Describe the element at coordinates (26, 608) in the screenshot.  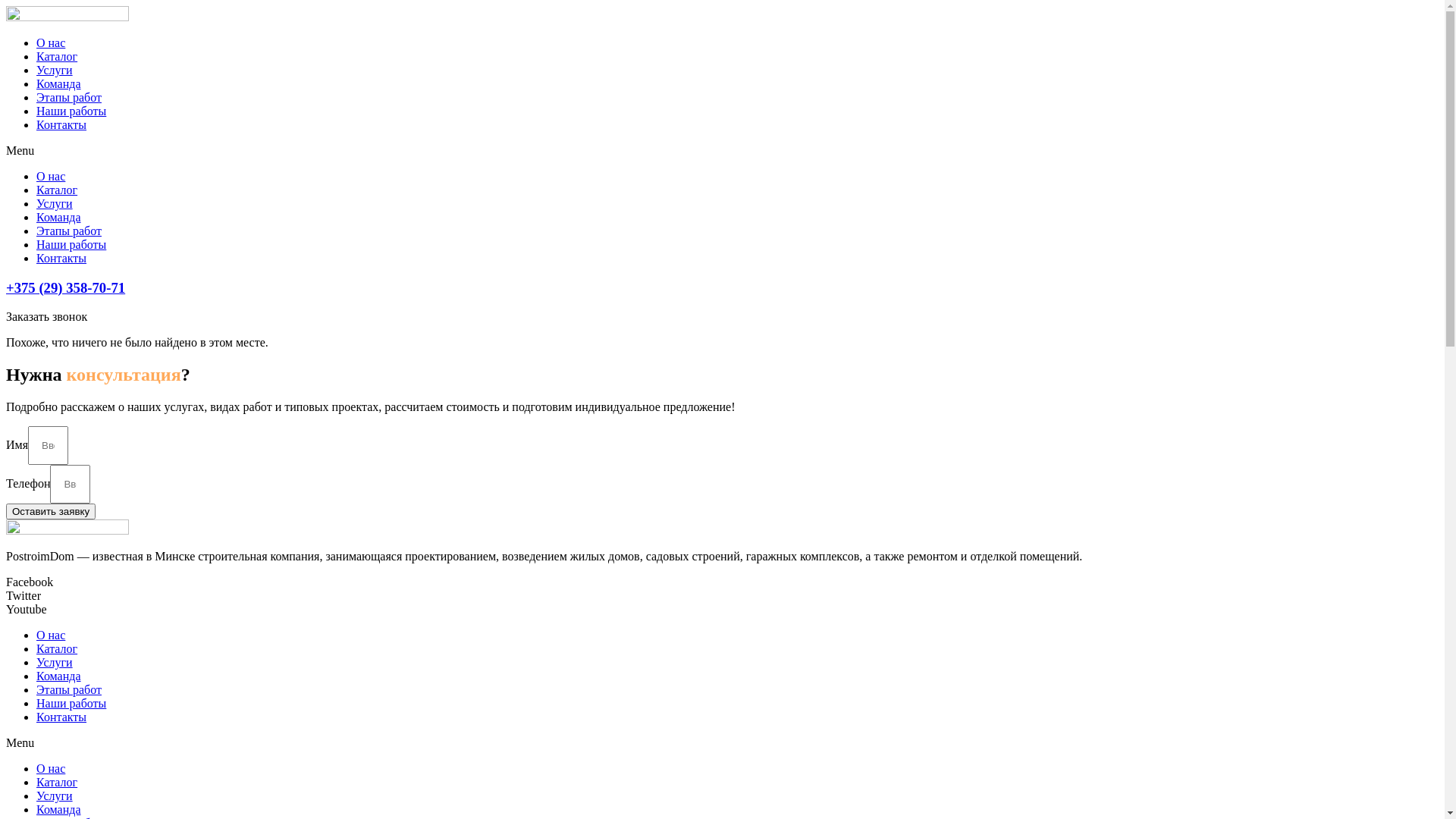
I see `'Youtube'` at that location.